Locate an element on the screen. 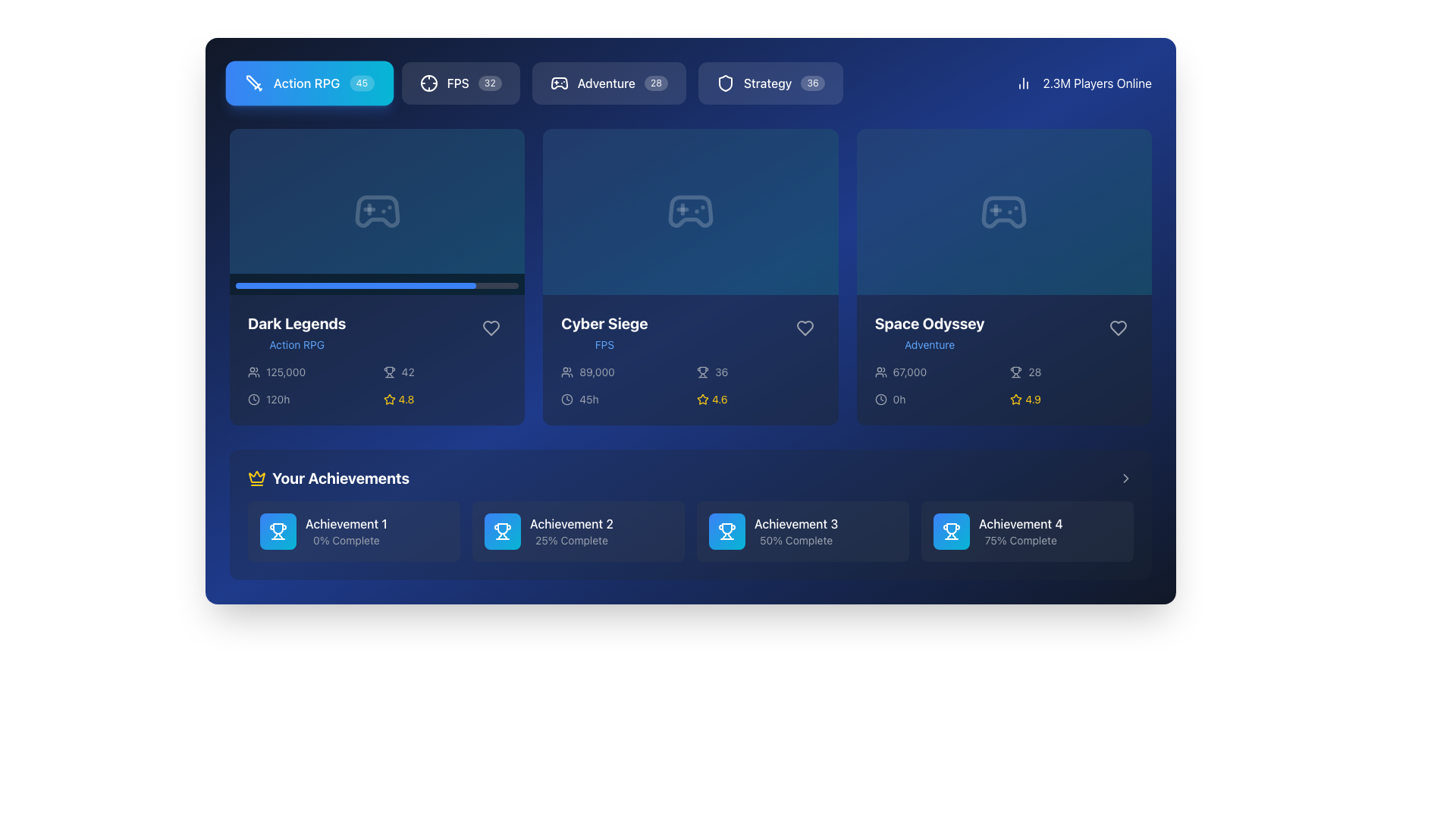  badge indicating a numerical count associated with the 'Strategy' category, located to the right of the 'Strategy' label in the top navigation bar is located at coordinates (812, 83).